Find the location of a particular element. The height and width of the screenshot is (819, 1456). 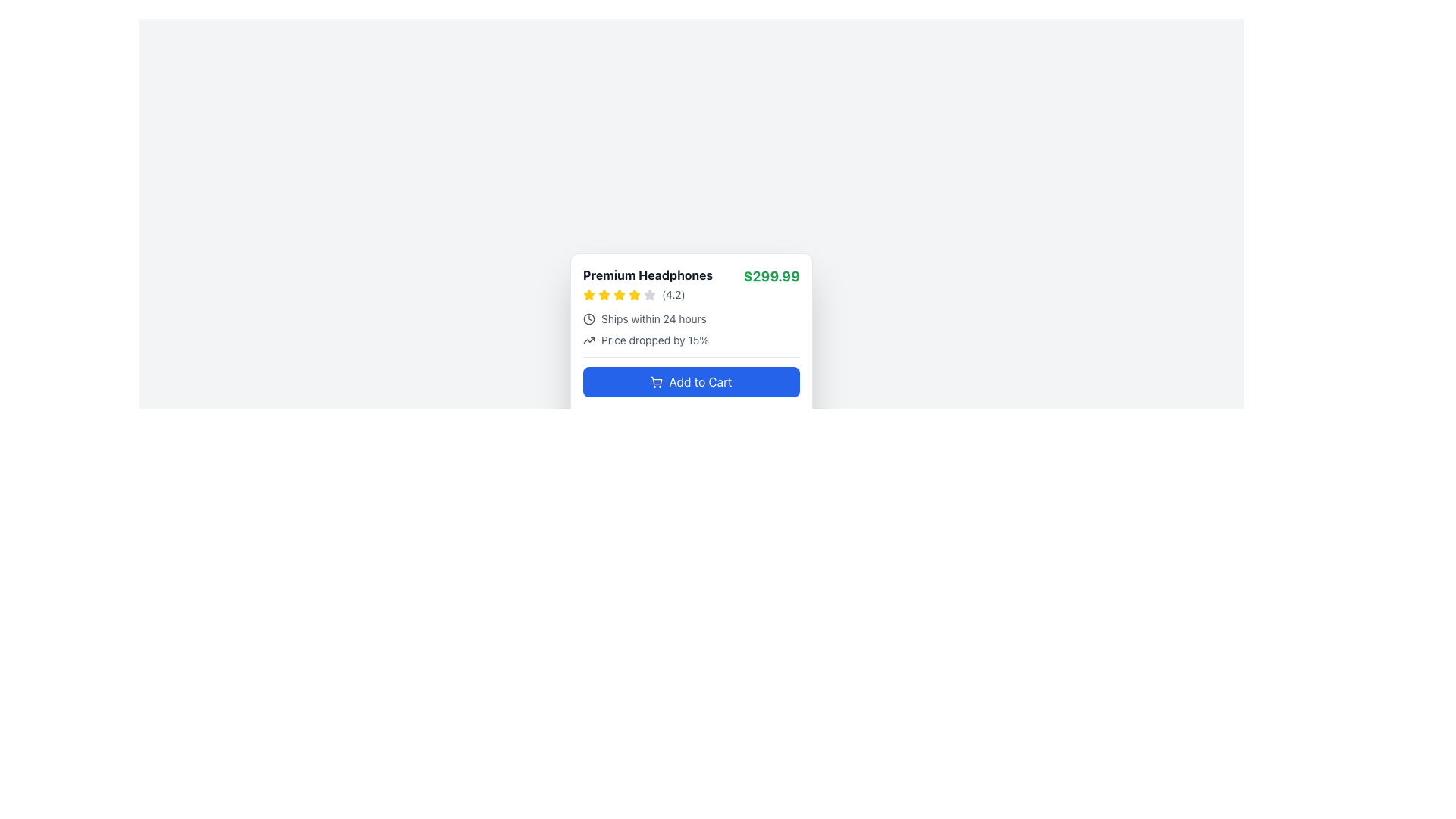

textual label indicating the price reduction for the 'Premium Headphones', located to the right of the small line chart icon in the product details card is located at coordinates (655, 339).